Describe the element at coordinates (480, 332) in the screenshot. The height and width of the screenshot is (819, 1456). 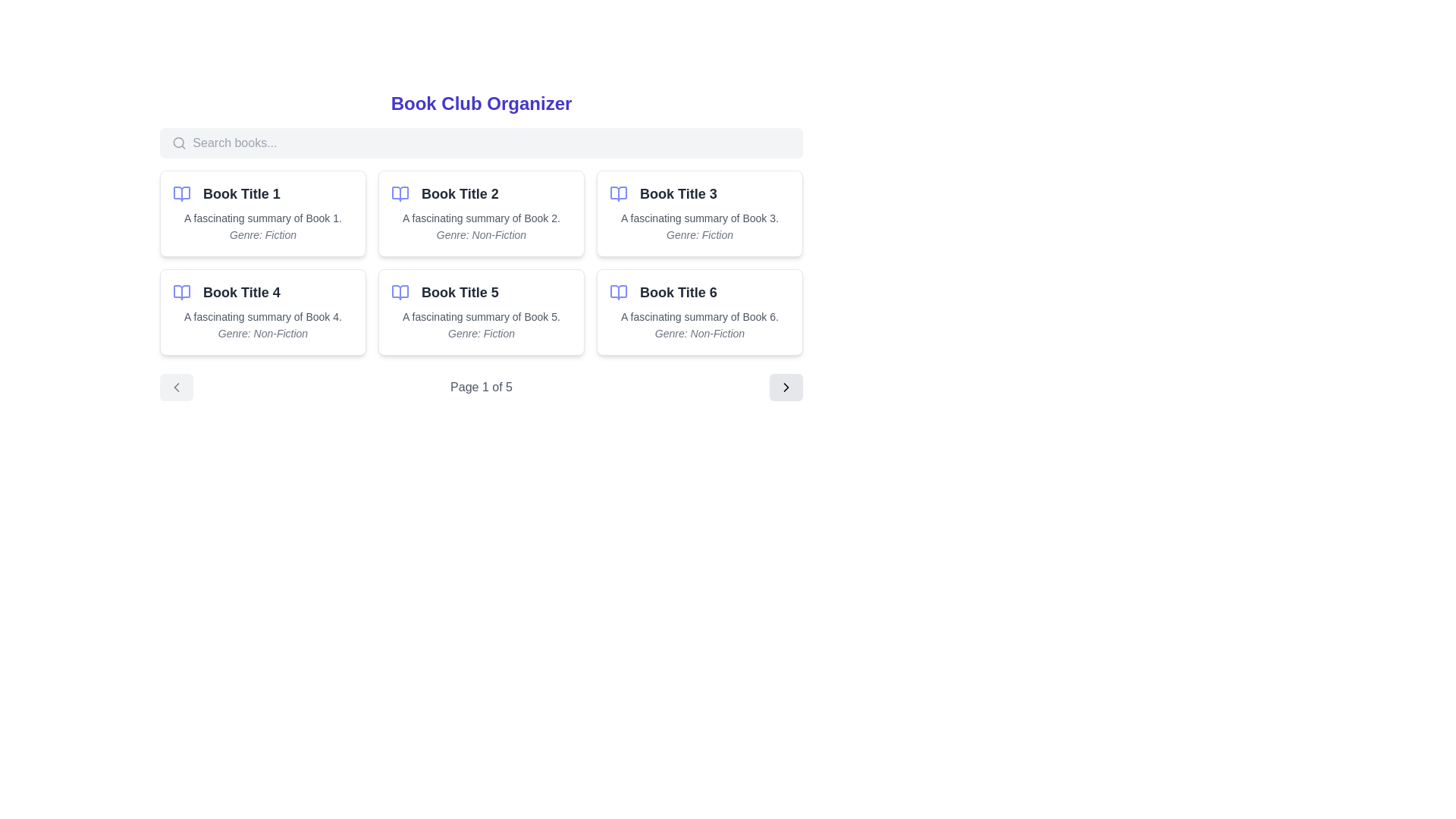
I see `the text label indicating the genre of the book, which is 'Fiction', located below the book summary of 'Book Title 5'` at that location.